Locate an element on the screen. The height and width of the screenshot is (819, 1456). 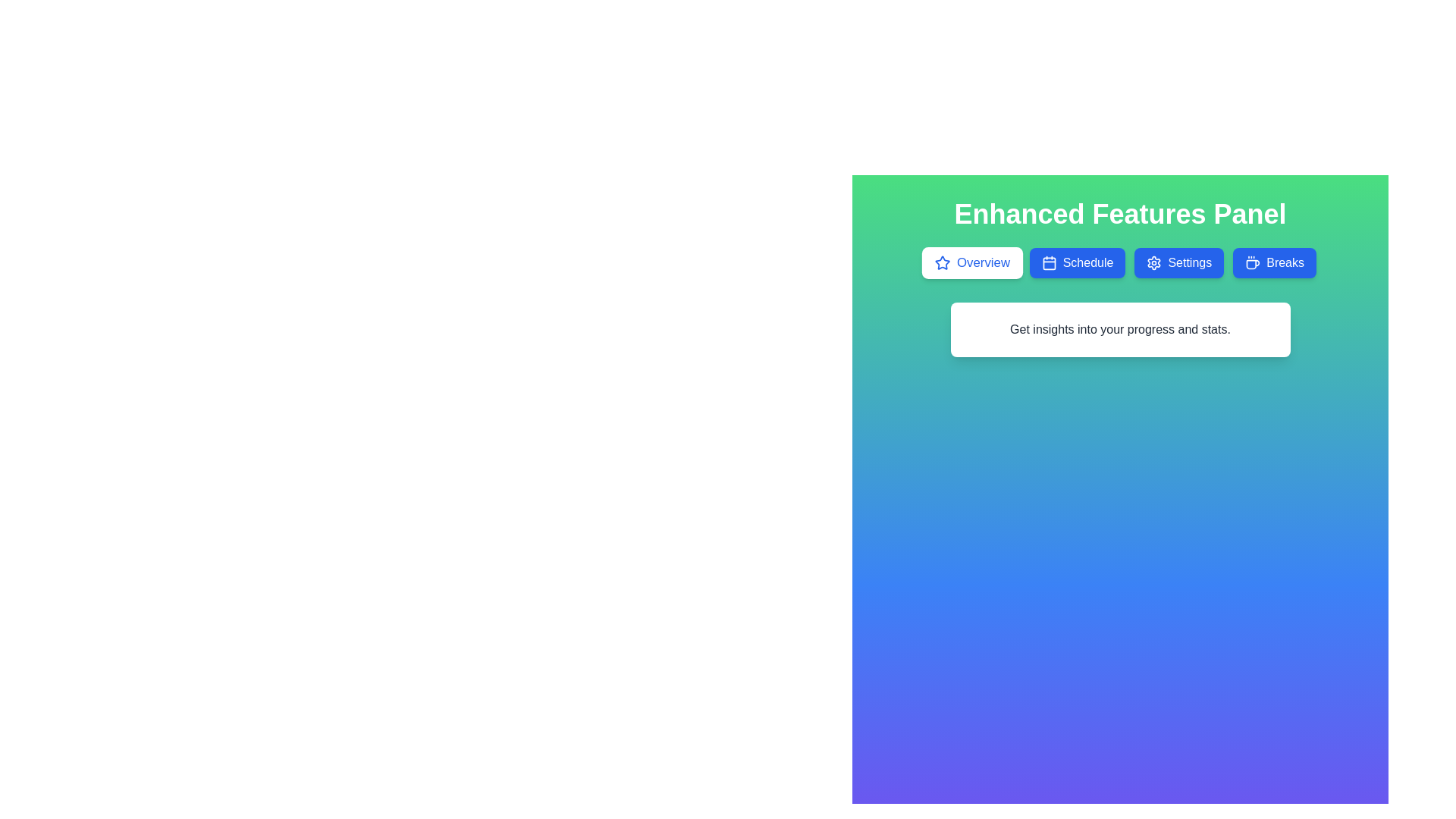
the calendar icon inside the 'Schedule' button, which is the second button from the left in the horizontal row of buttons near the top of the interface is located at coordinates (1048, 262).